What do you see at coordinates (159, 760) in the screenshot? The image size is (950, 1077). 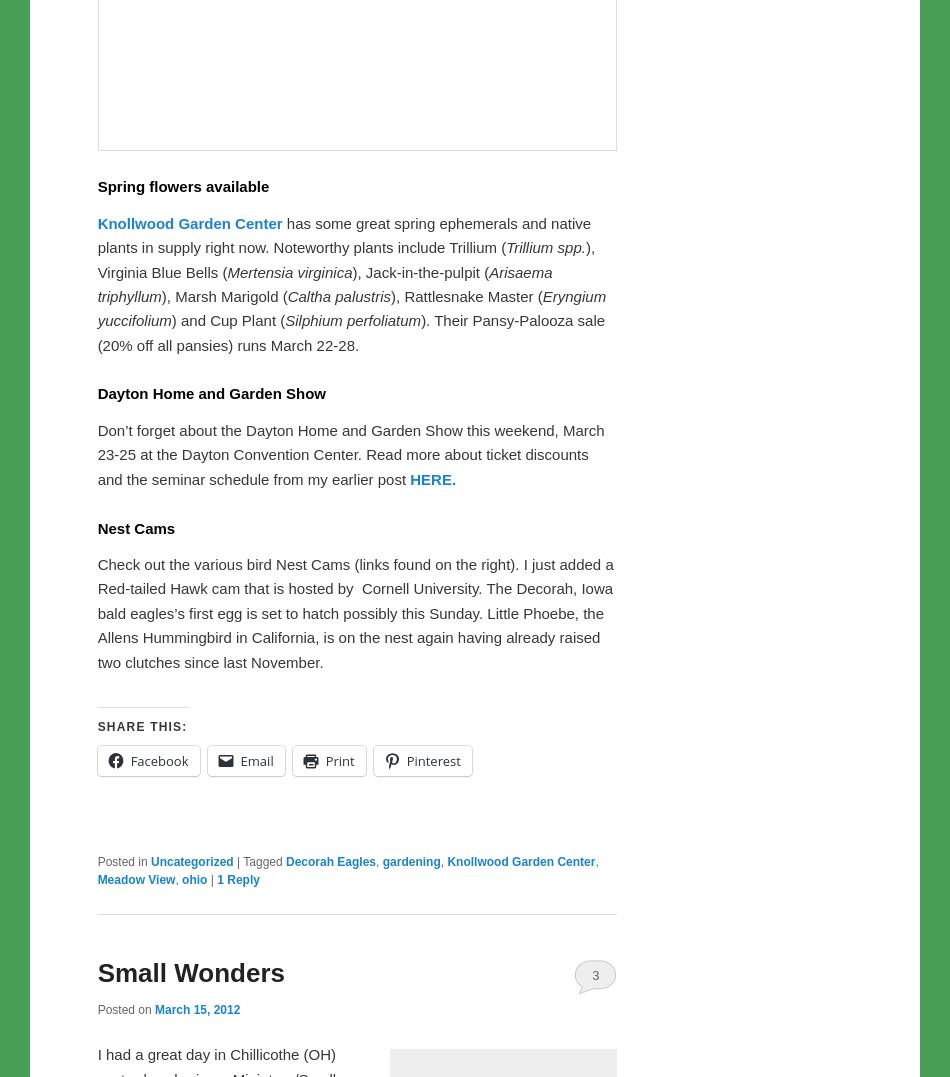 I see `'Facebook'` at bounding box center [159, 760].